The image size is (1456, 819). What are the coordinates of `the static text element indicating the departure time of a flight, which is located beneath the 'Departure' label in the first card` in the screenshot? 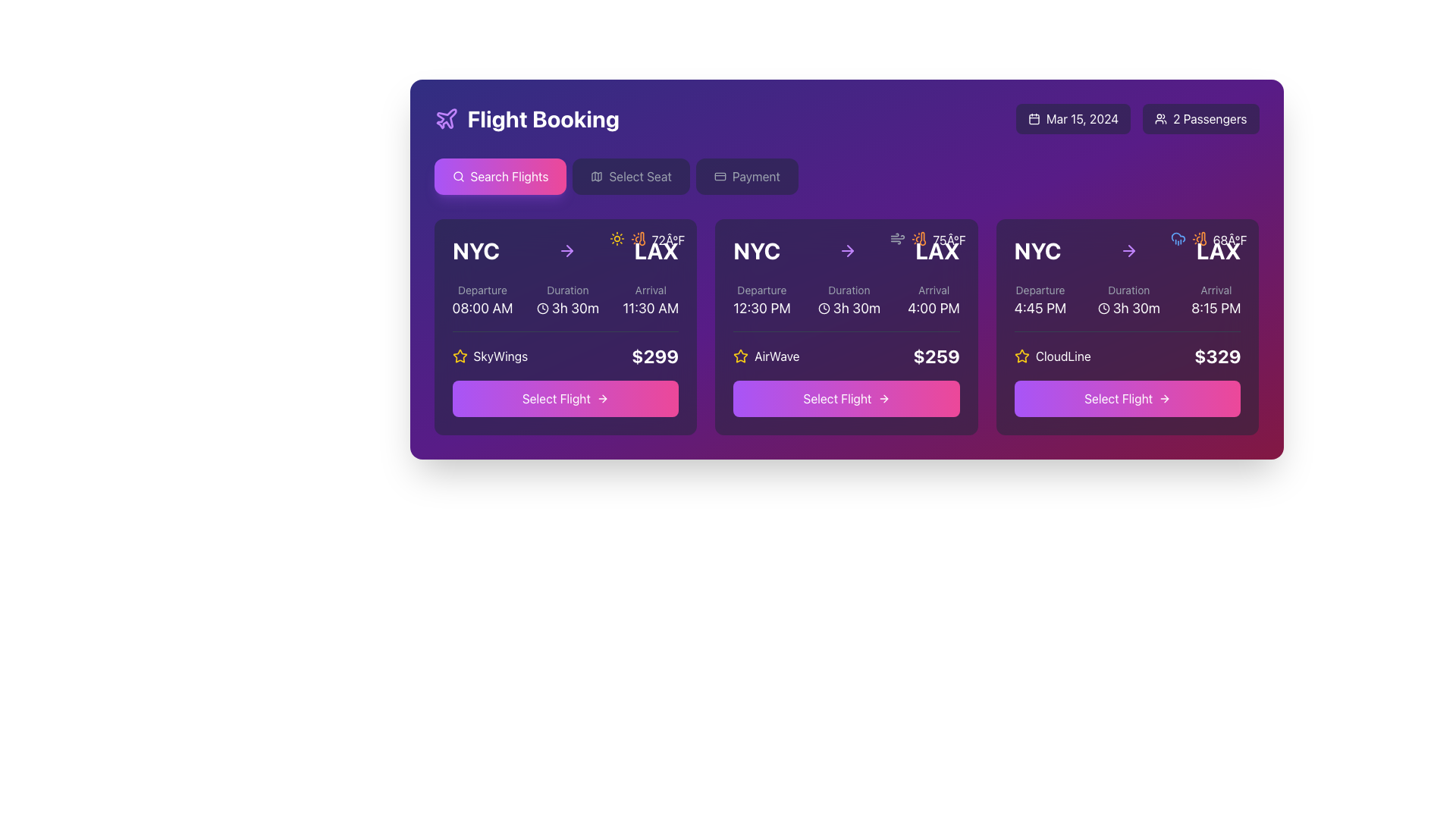 It's located at (482, 308).